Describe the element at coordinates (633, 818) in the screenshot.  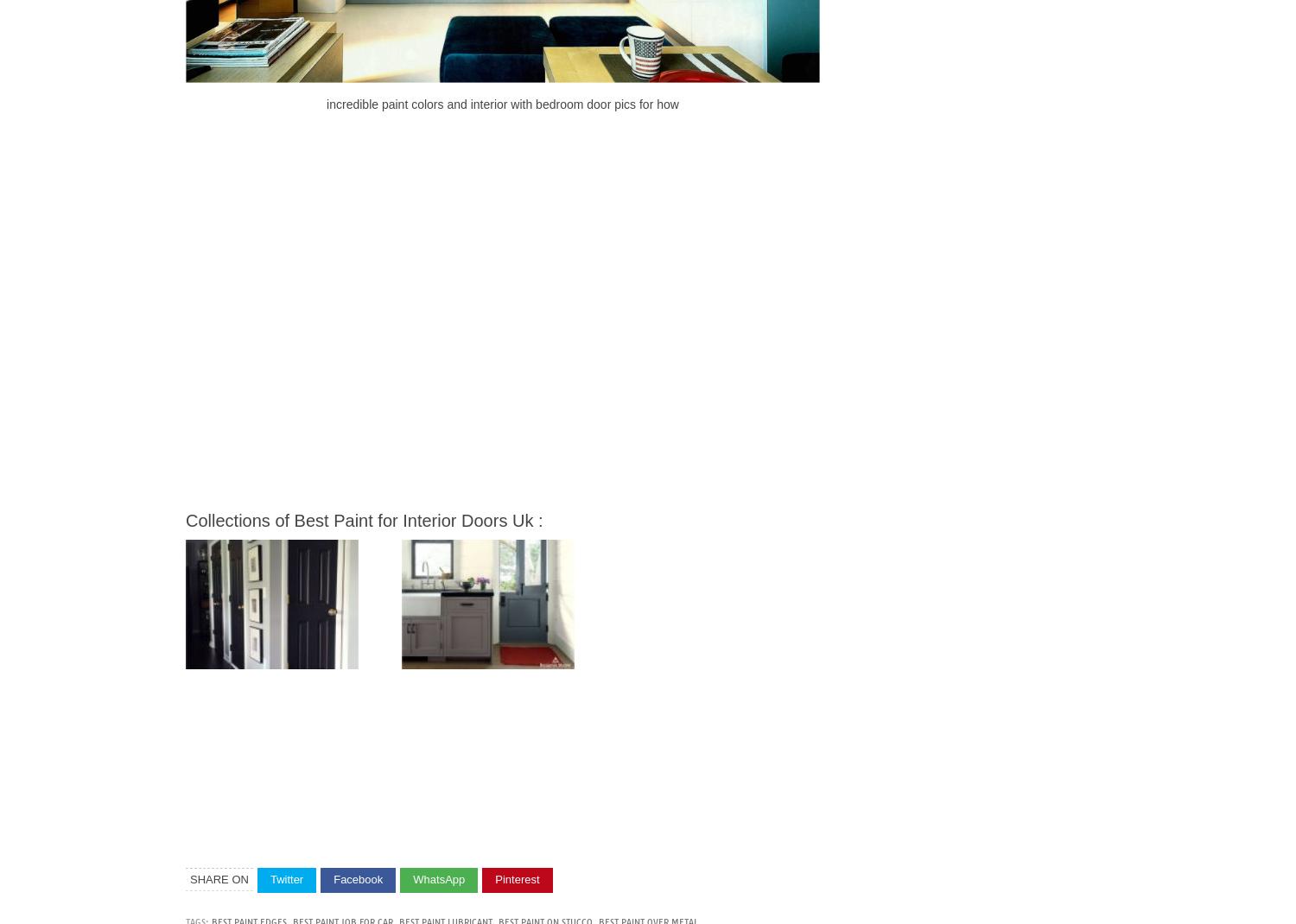
I see `'Best Paint for Interior Doors Uk Incredible Paint Colors and Interior with Bedroom Door Pics for How'` at that location.